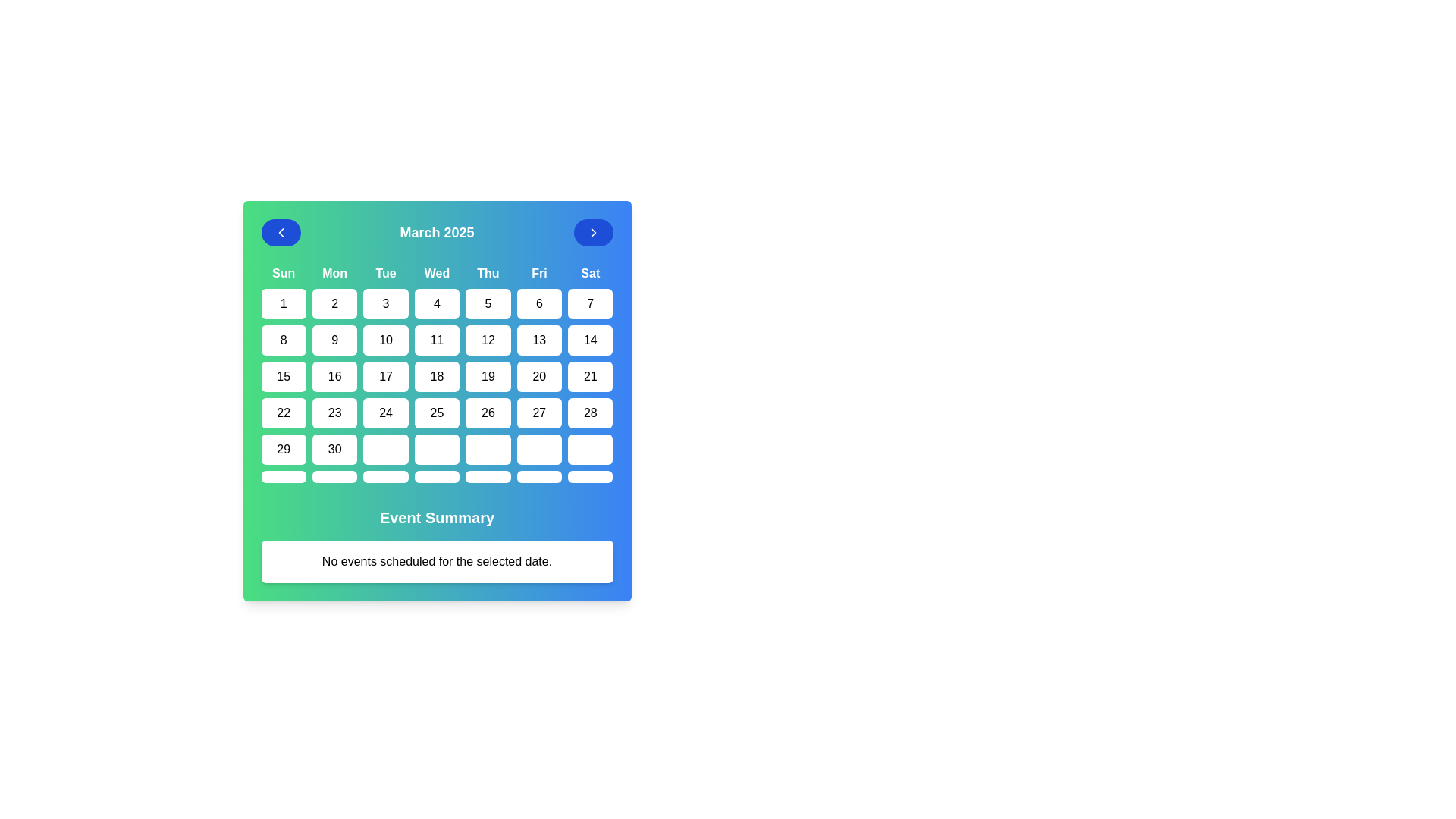  I want to click on the button located under the 'Mon' weekday column, so click(334, 475).